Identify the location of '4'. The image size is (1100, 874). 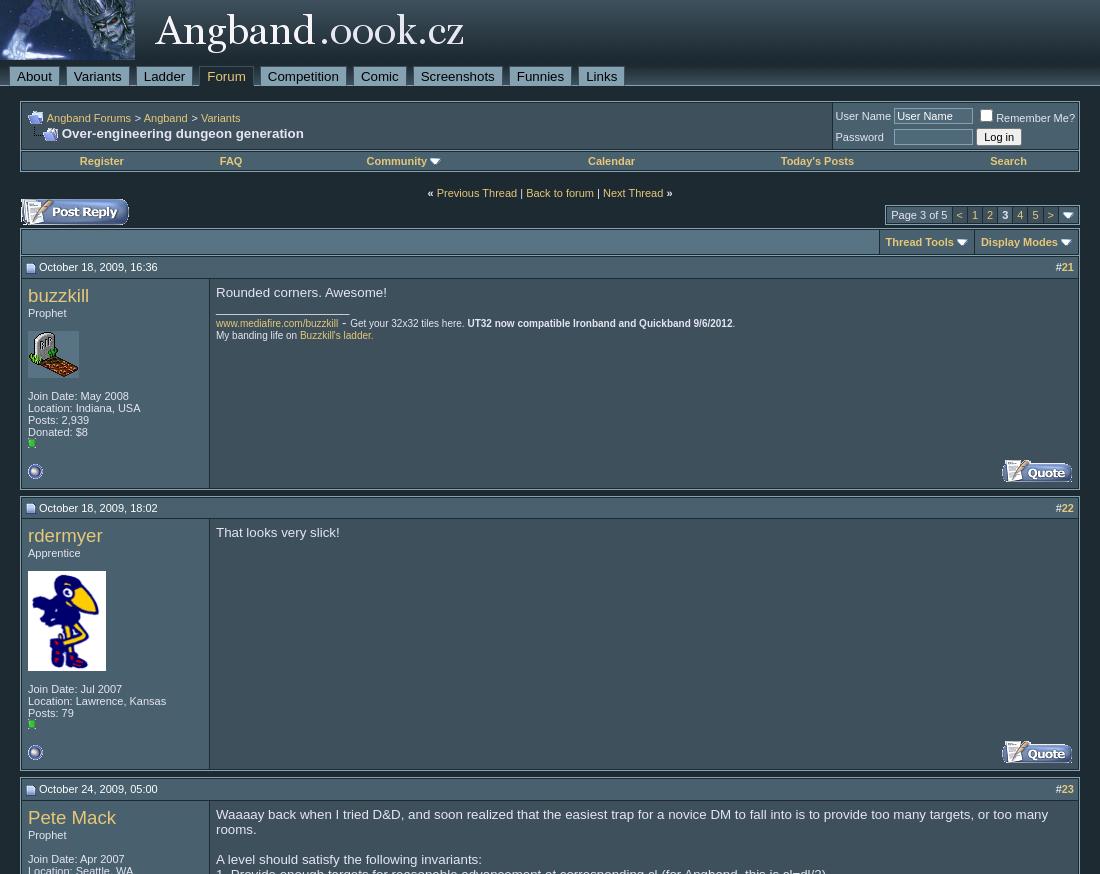
(1019, 214).